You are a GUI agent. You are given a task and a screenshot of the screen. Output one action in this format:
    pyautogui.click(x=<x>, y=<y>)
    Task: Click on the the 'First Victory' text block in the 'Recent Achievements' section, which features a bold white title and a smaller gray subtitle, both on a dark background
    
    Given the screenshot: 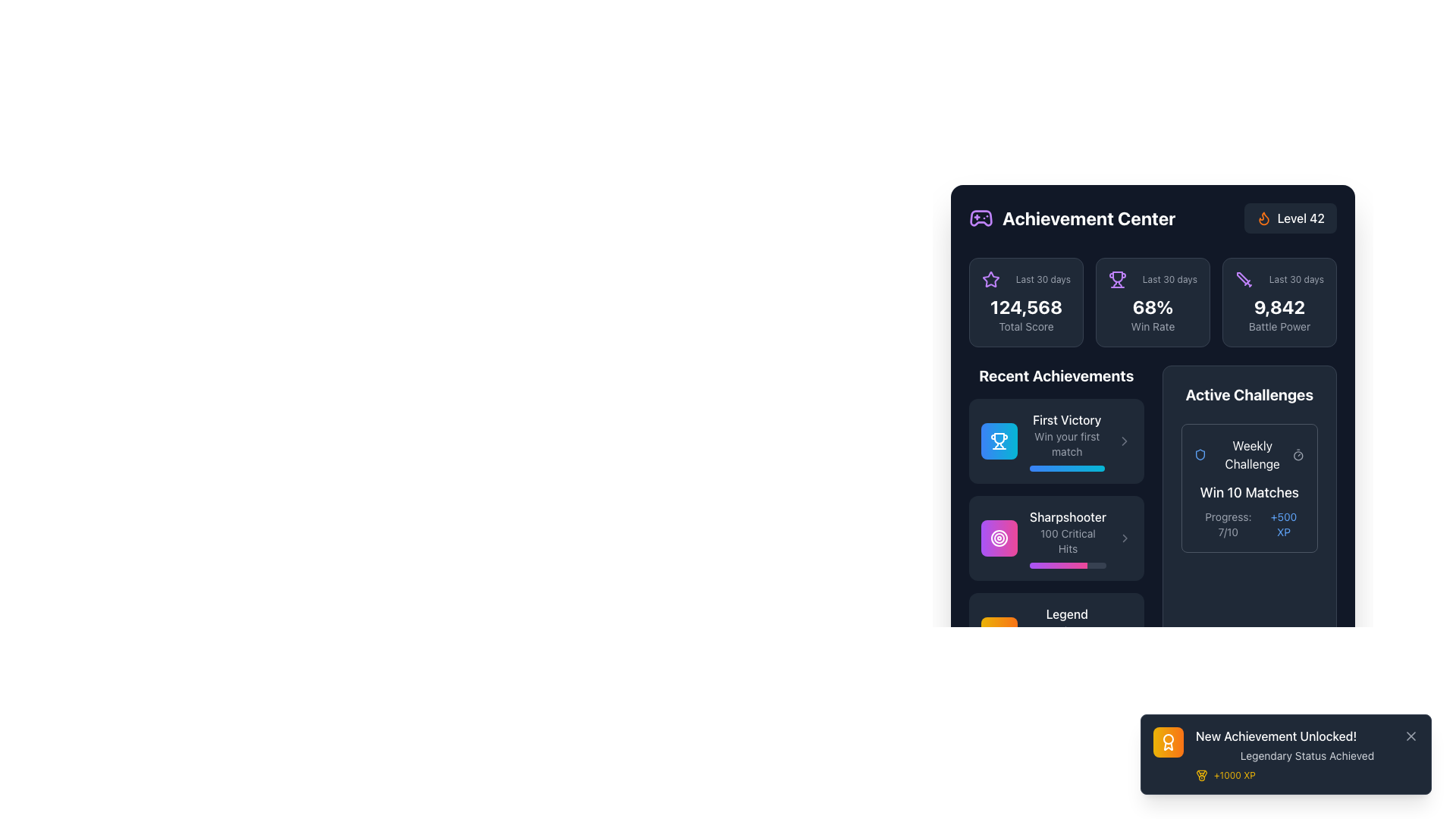 What is the action you would take?
    pyautogui.click(x=1066, y=441)
    